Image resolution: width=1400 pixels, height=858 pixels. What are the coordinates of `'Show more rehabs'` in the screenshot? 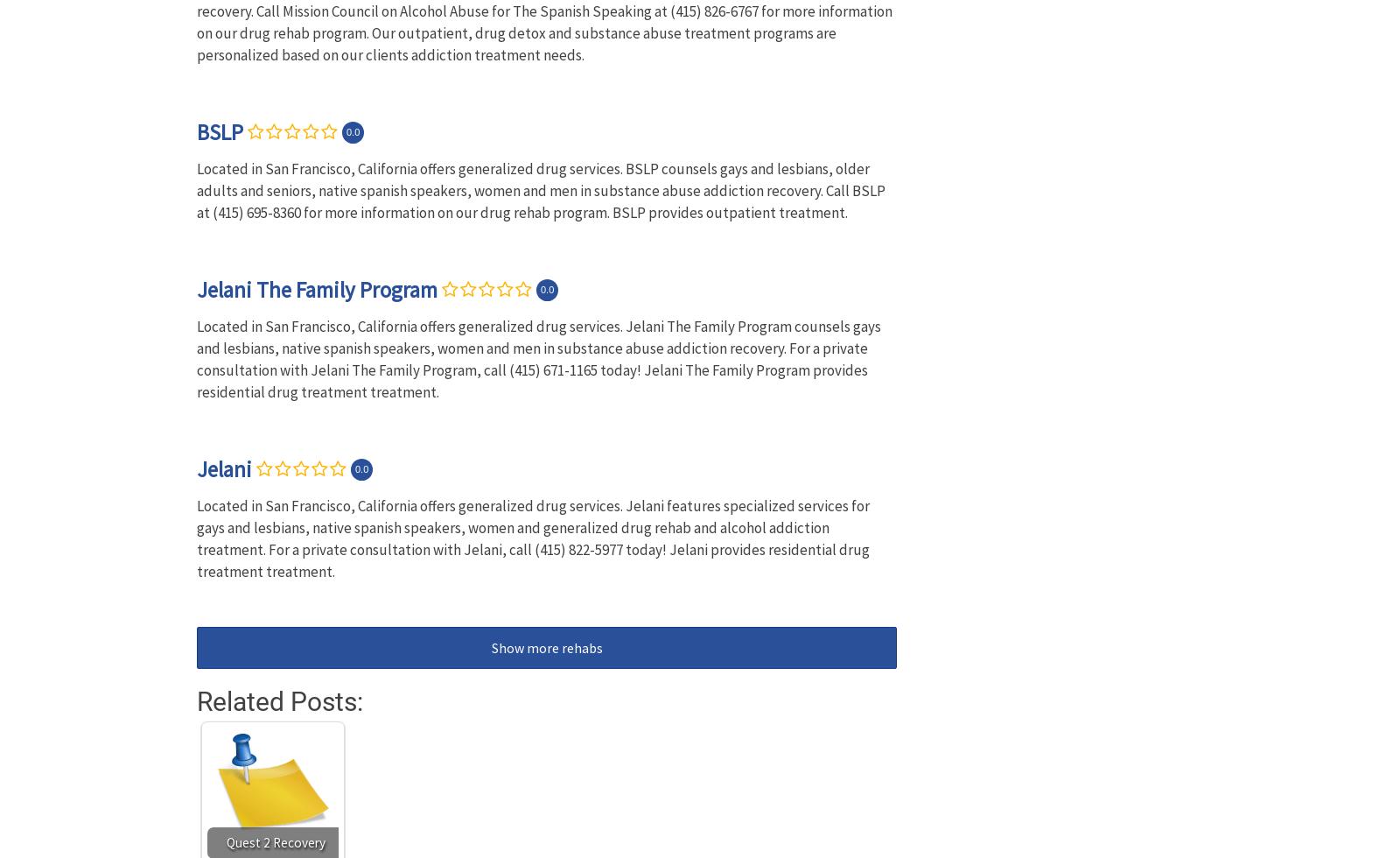 It's located at (546, 647).